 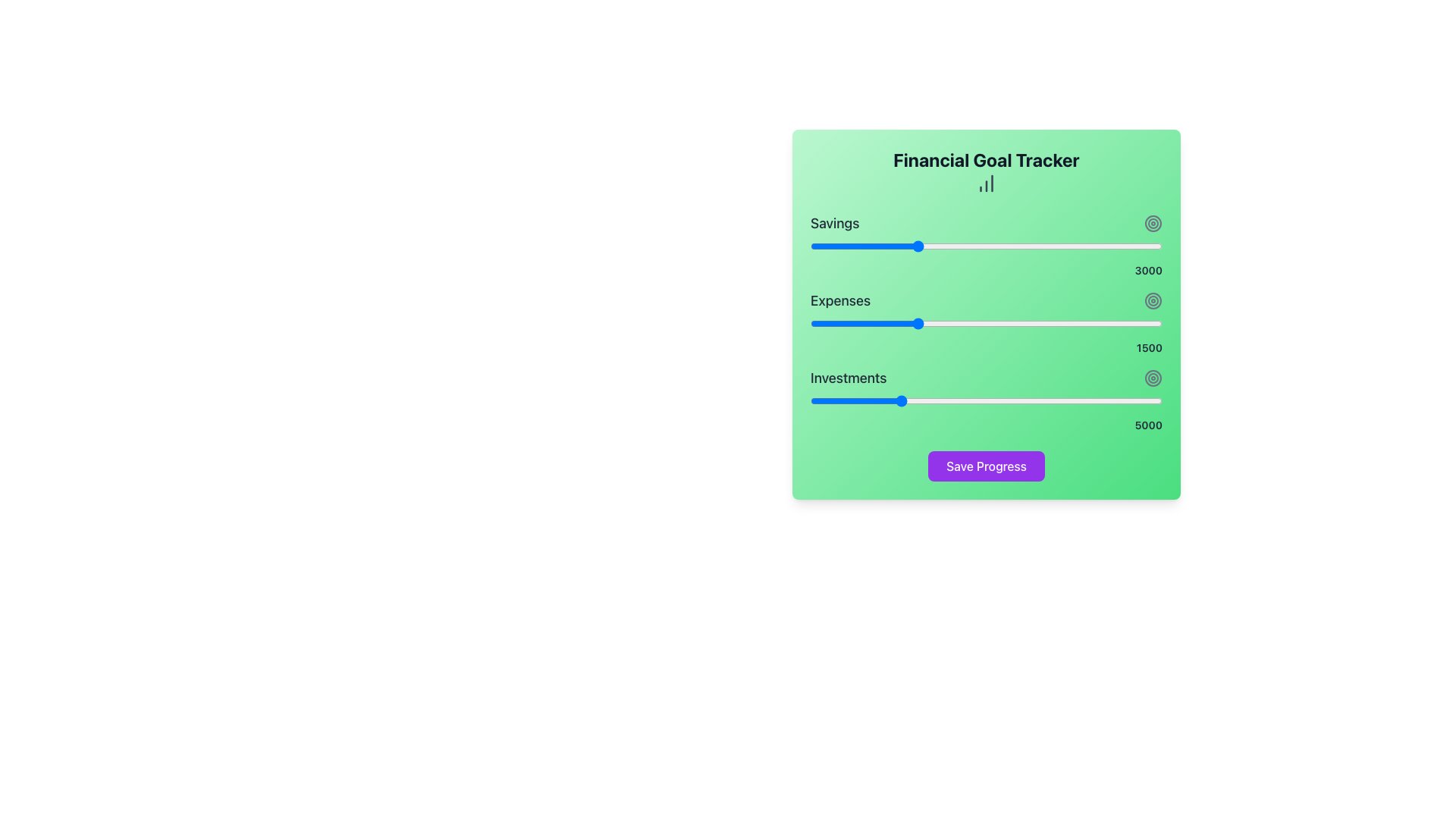 What do you see at coordinates (971, 323) in the screenshot?
I see `the expense value` at bounding box center [971, 323].